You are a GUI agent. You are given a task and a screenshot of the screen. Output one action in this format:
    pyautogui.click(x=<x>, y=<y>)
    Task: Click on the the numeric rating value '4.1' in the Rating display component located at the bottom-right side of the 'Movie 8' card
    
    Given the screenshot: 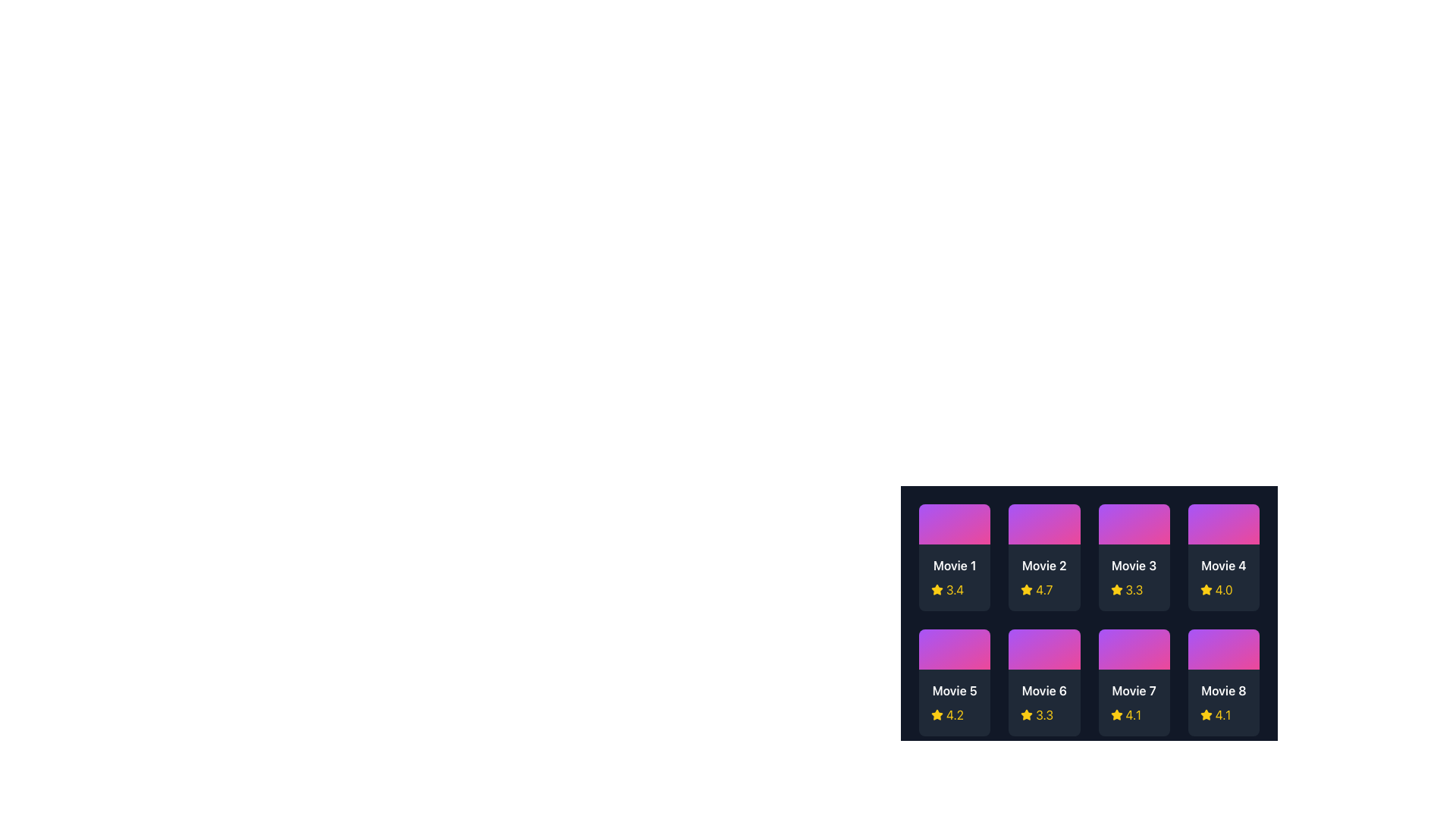 What is the action you would take?
    pyautogui.click(x=1223, y=715)
    